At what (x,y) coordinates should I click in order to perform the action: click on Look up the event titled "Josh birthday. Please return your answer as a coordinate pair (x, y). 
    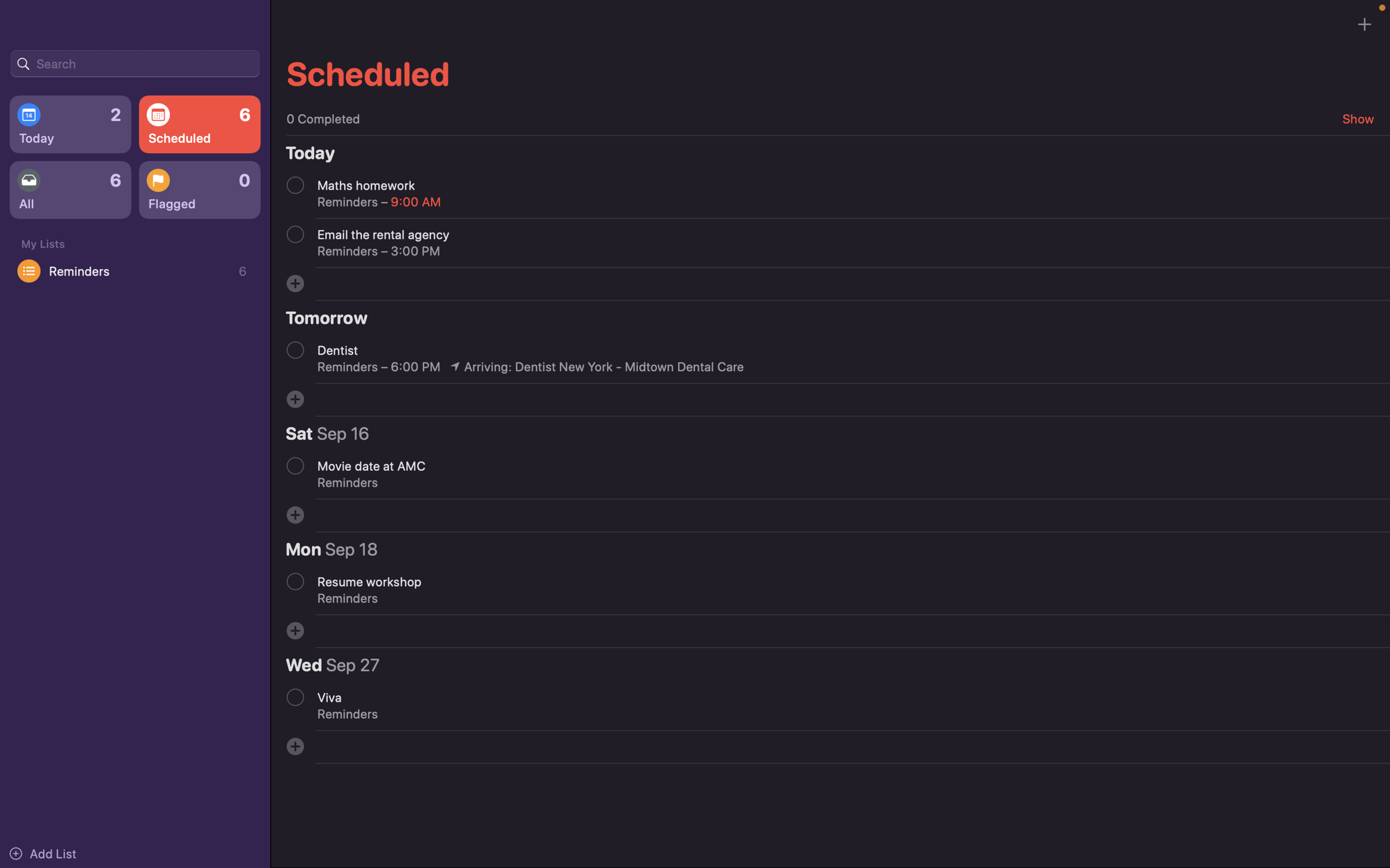
    Looking at the image, I should click on (134, 62).